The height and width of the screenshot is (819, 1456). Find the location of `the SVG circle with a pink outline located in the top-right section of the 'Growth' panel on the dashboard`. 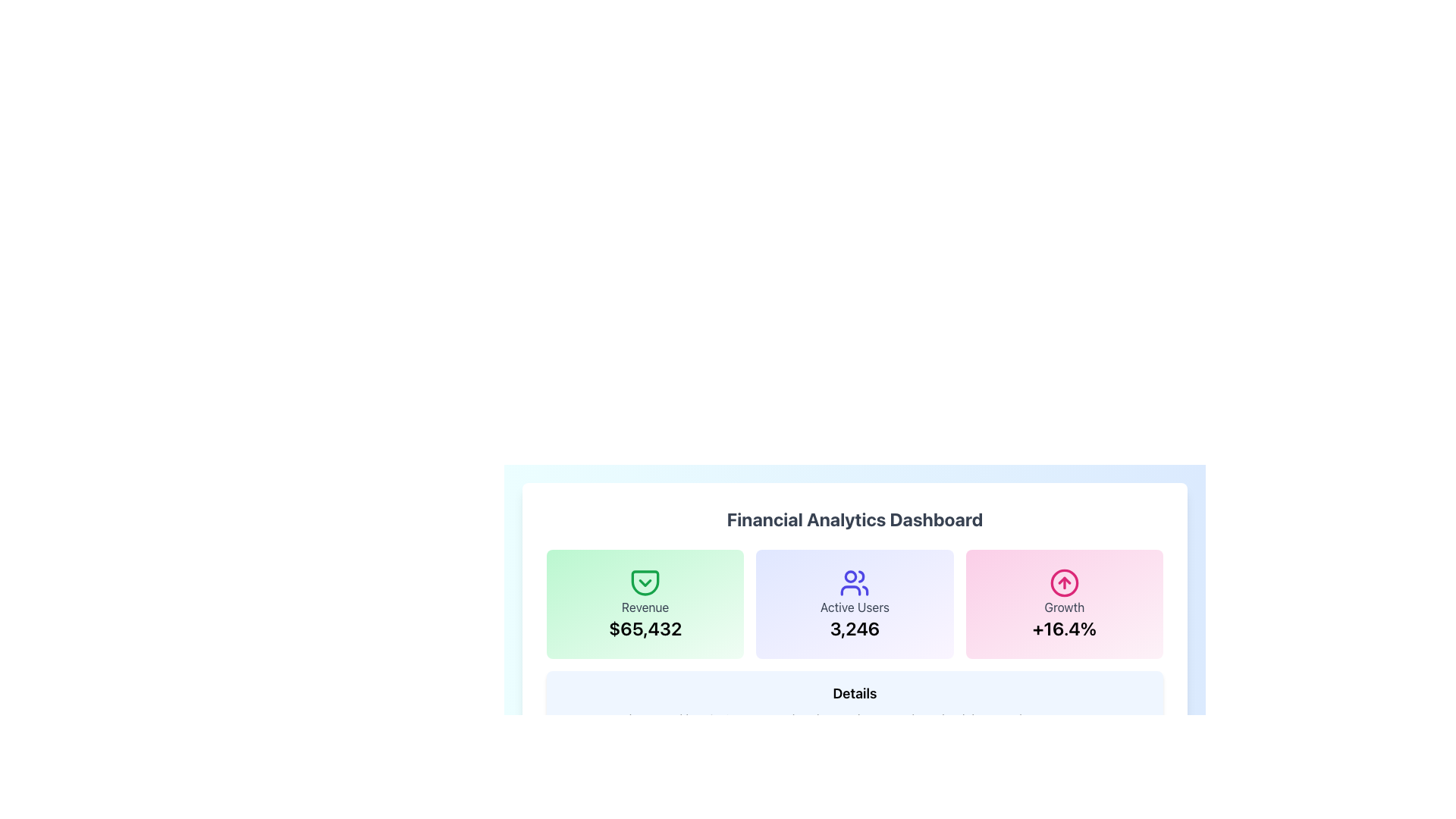

the SVG circle with a pink outline located in the top-right section of the 'Growth' panel on the dashboard is located at coordinates (1063, 582).